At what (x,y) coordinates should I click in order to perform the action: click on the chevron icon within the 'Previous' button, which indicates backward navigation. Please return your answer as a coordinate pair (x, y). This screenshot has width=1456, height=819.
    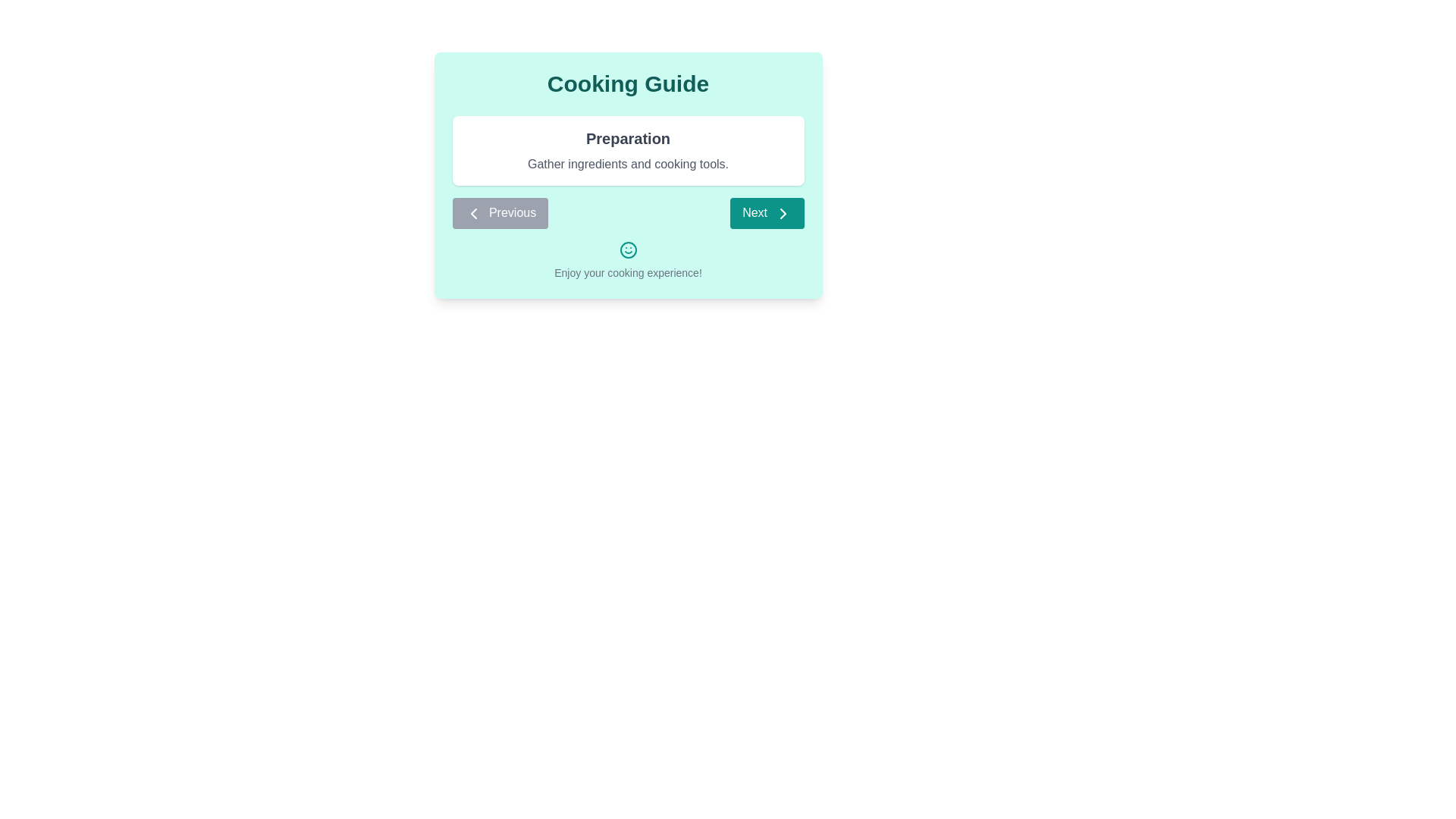
    Looking at the image, I should click on (472, 213).